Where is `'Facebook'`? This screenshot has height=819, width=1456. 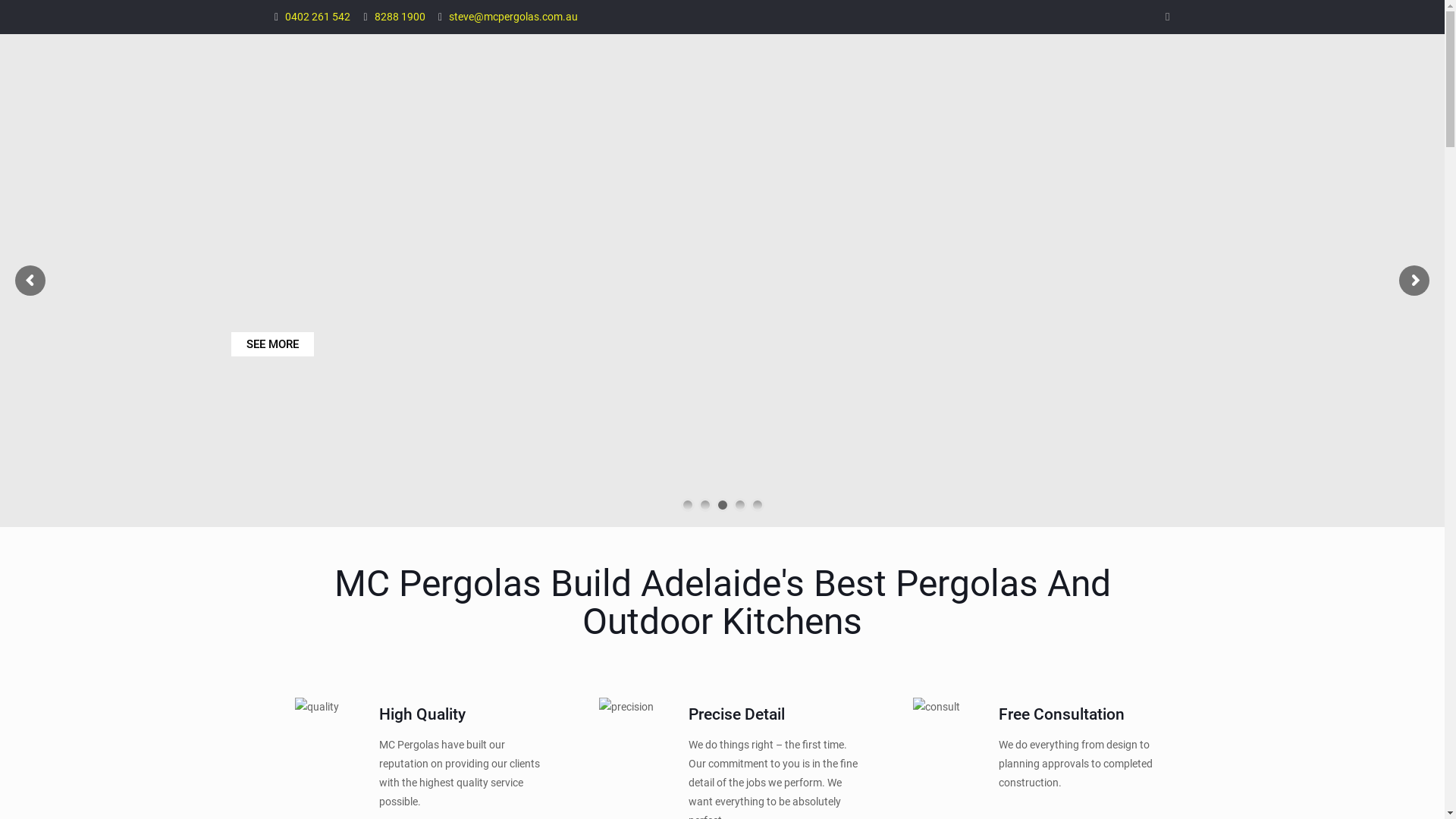
'Facebook' is located at coordinates (1166, 17).